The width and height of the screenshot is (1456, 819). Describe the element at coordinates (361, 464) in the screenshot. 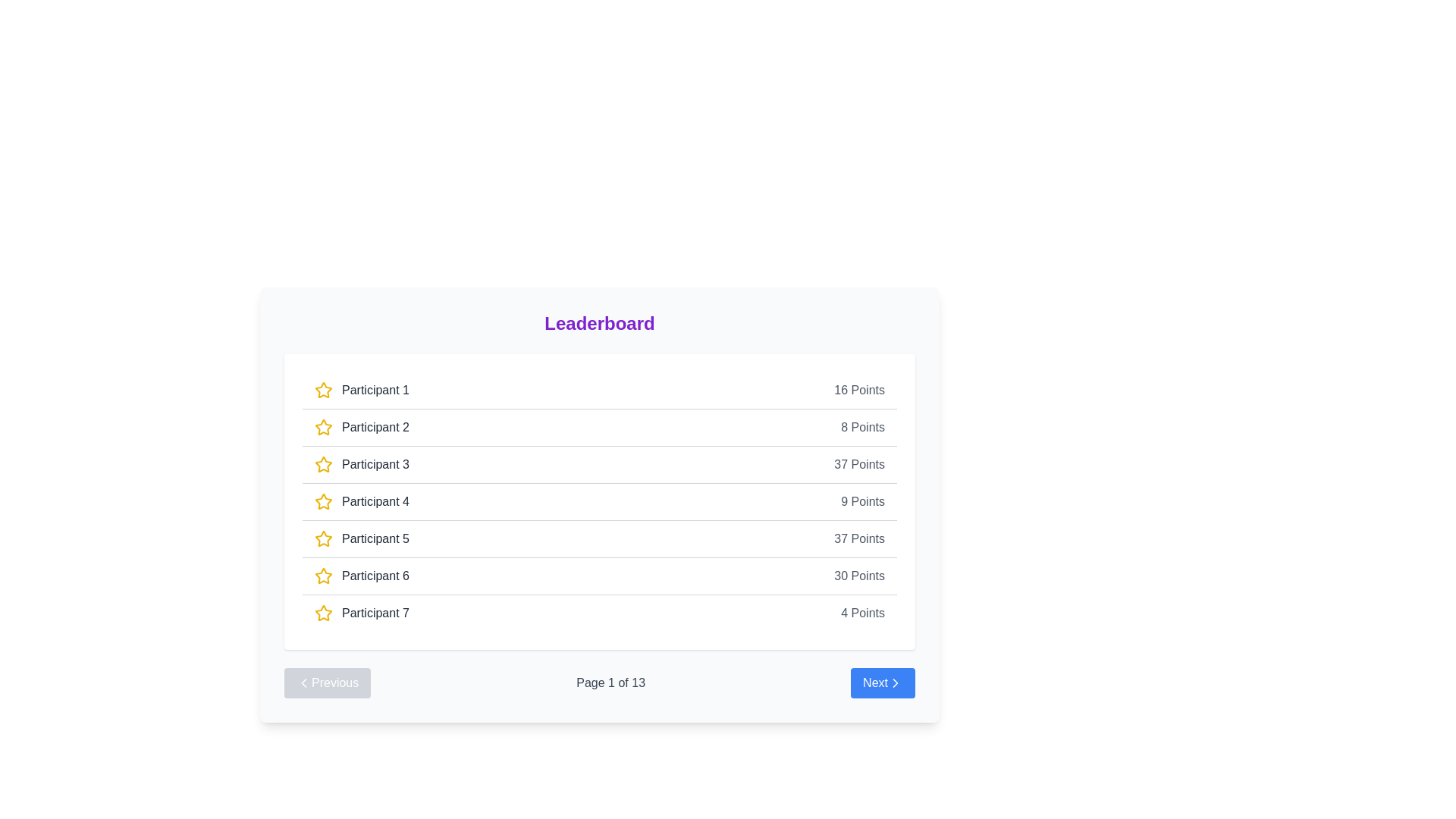

I see `text of the Text Label element displaying 'Participant 3', which is located in the third row of the leaderboard table, positioned between a yellow star icon and another element showing '37 Points'` at that location.